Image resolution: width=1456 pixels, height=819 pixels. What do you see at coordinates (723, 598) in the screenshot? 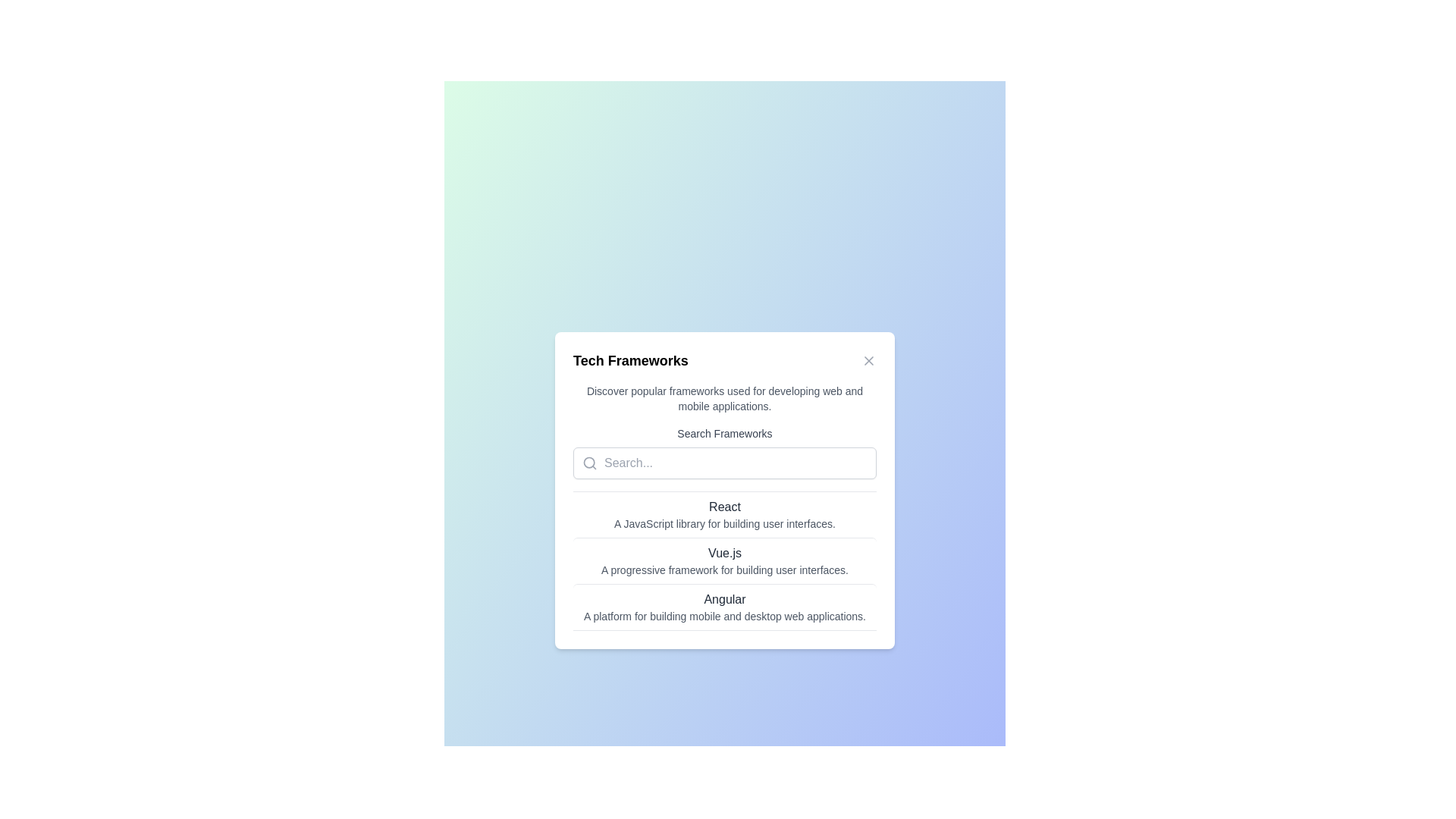
I see `text label representing the name of the framework, which is positioned at the top of the framework description section` at bounding box center [723, 598].